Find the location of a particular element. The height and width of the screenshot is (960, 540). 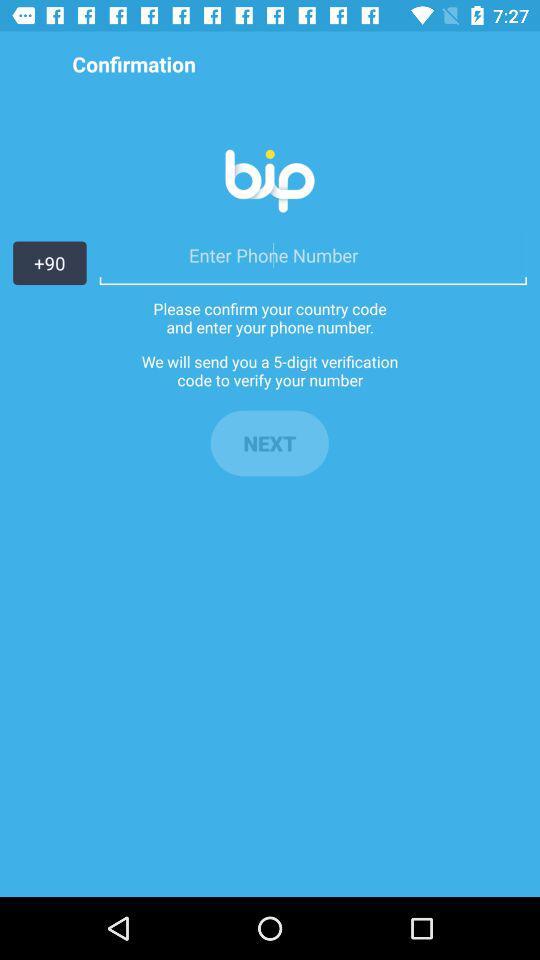

the +90 icon is located at coordinates (49, 262).